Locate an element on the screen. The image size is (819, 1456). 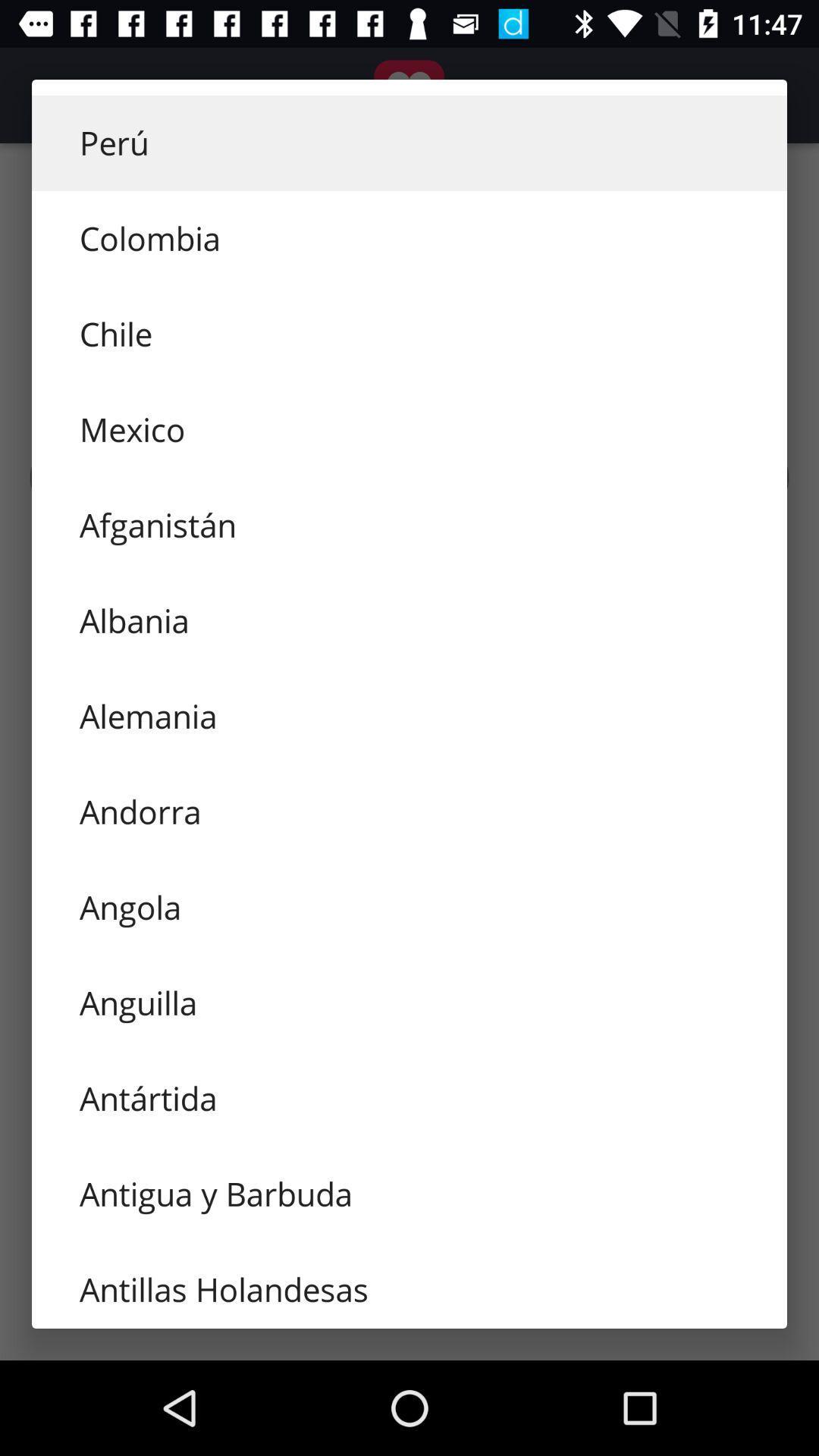
icon above mexico icon is located at coordinates (409, 334).